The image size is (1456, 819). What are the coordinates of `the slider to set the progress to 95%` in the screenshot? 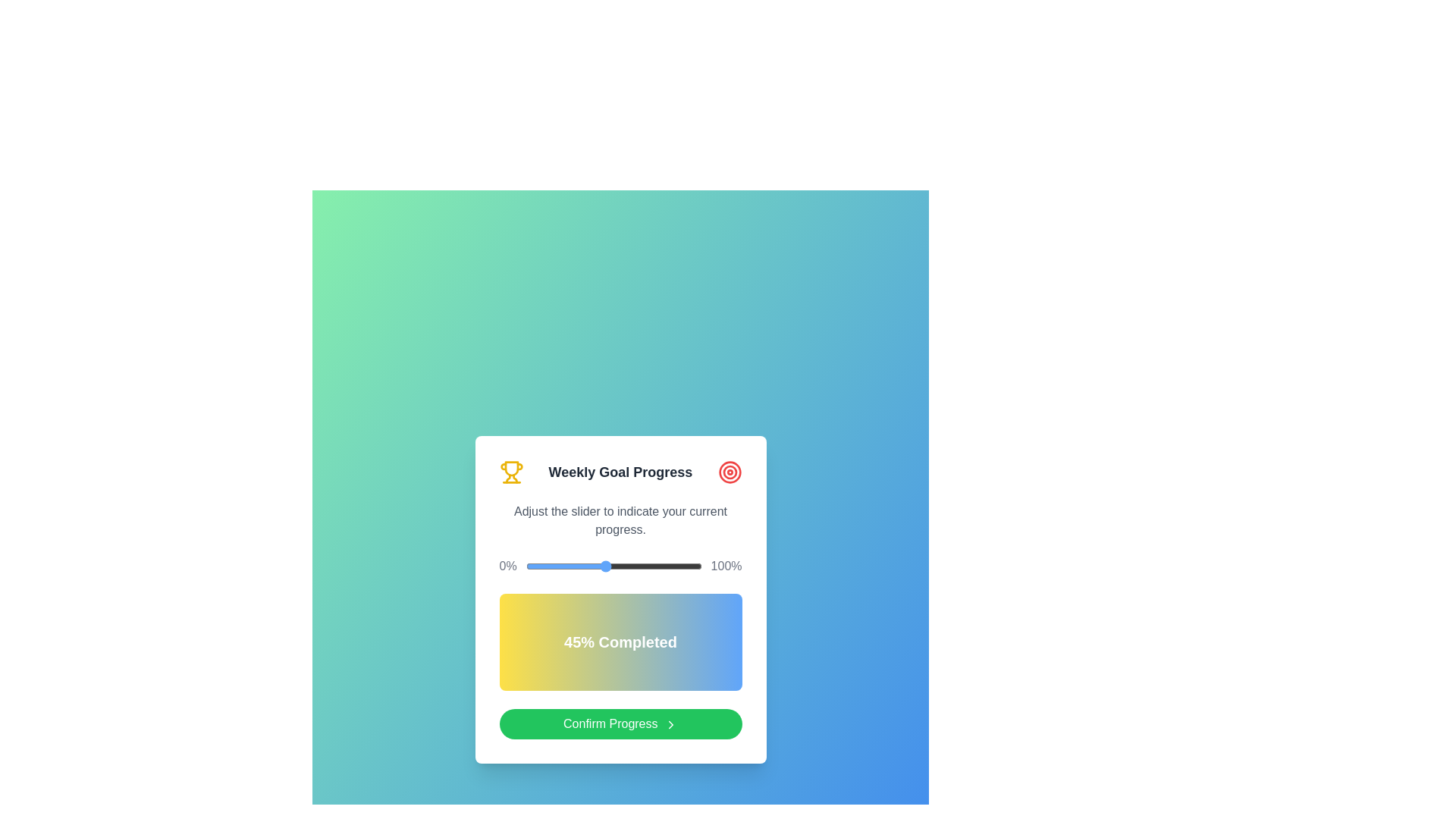 It's located at (692, 566).